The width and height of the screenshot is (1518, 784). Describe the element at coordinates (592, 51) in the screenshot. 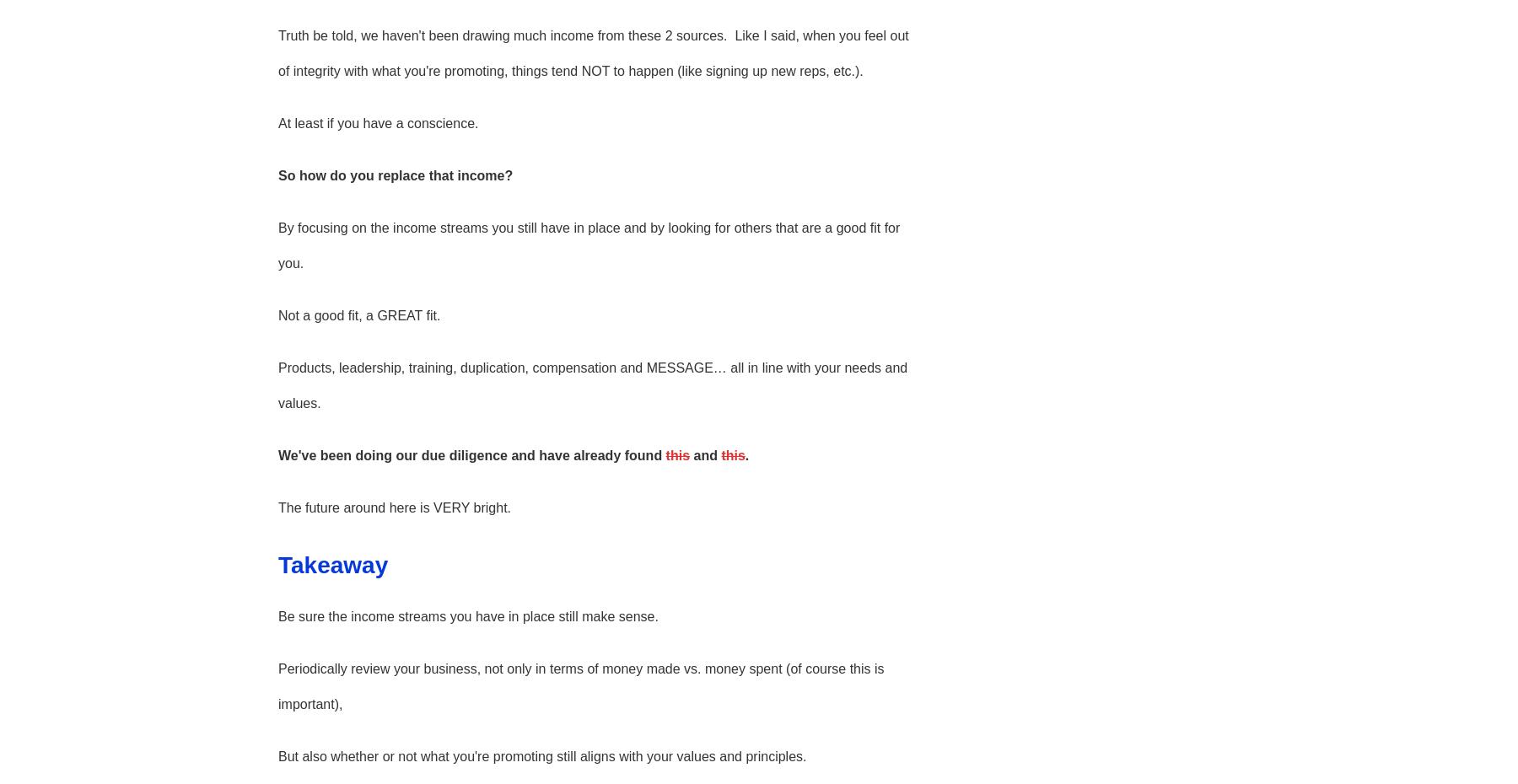

I see `'Truth be told, we haven't been drawing much income from these 2 sources.  Like I said, when you feel out of integrity with what you're promoting, things tend NOT to happen (like signing up new reps, etc.).'` at that location.